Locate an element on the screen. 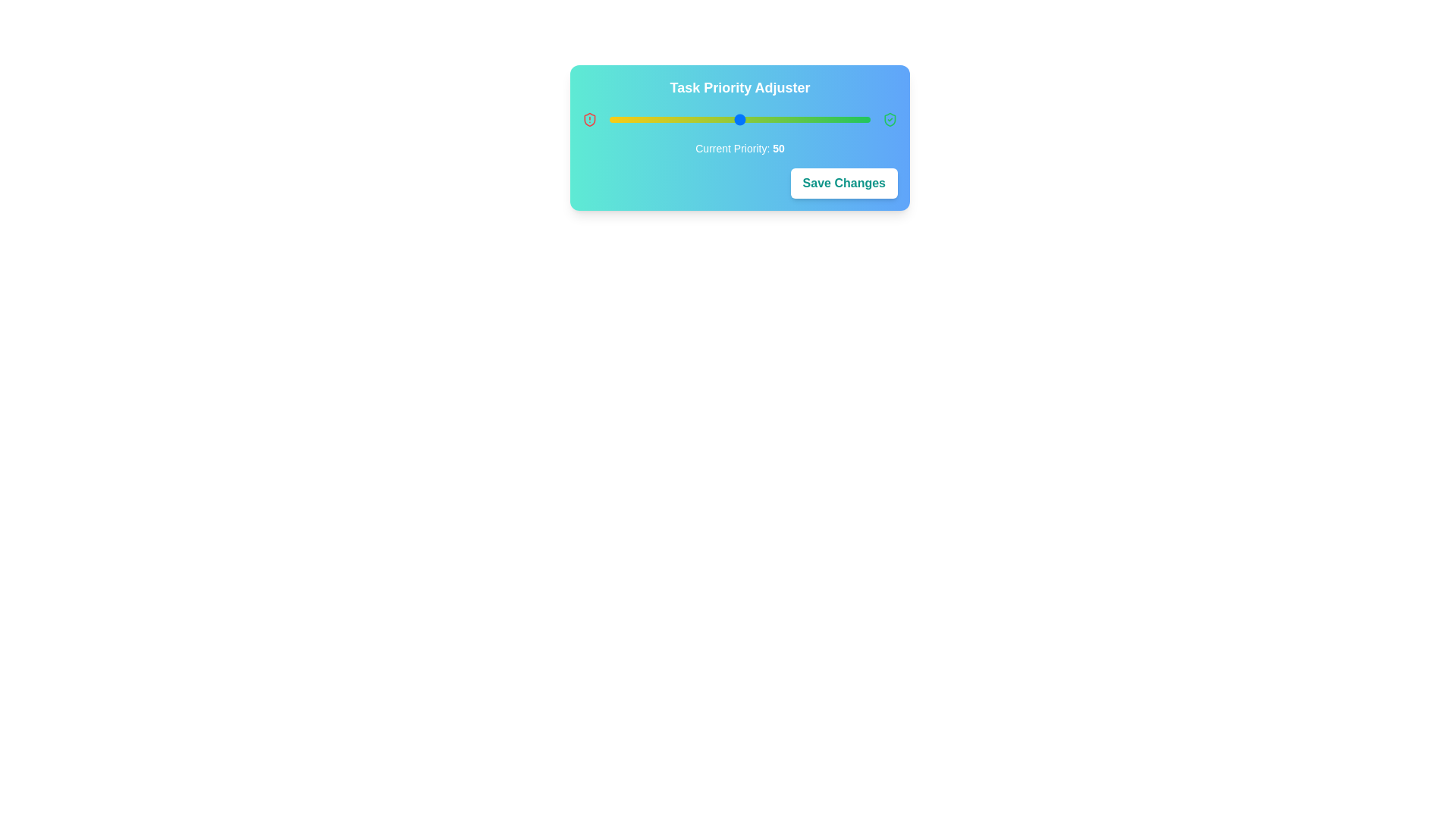 The width and height of the screenshot is (1456, 819). the priority slider to 19 by clicking on the slider track is located at coordinates (659, 119).